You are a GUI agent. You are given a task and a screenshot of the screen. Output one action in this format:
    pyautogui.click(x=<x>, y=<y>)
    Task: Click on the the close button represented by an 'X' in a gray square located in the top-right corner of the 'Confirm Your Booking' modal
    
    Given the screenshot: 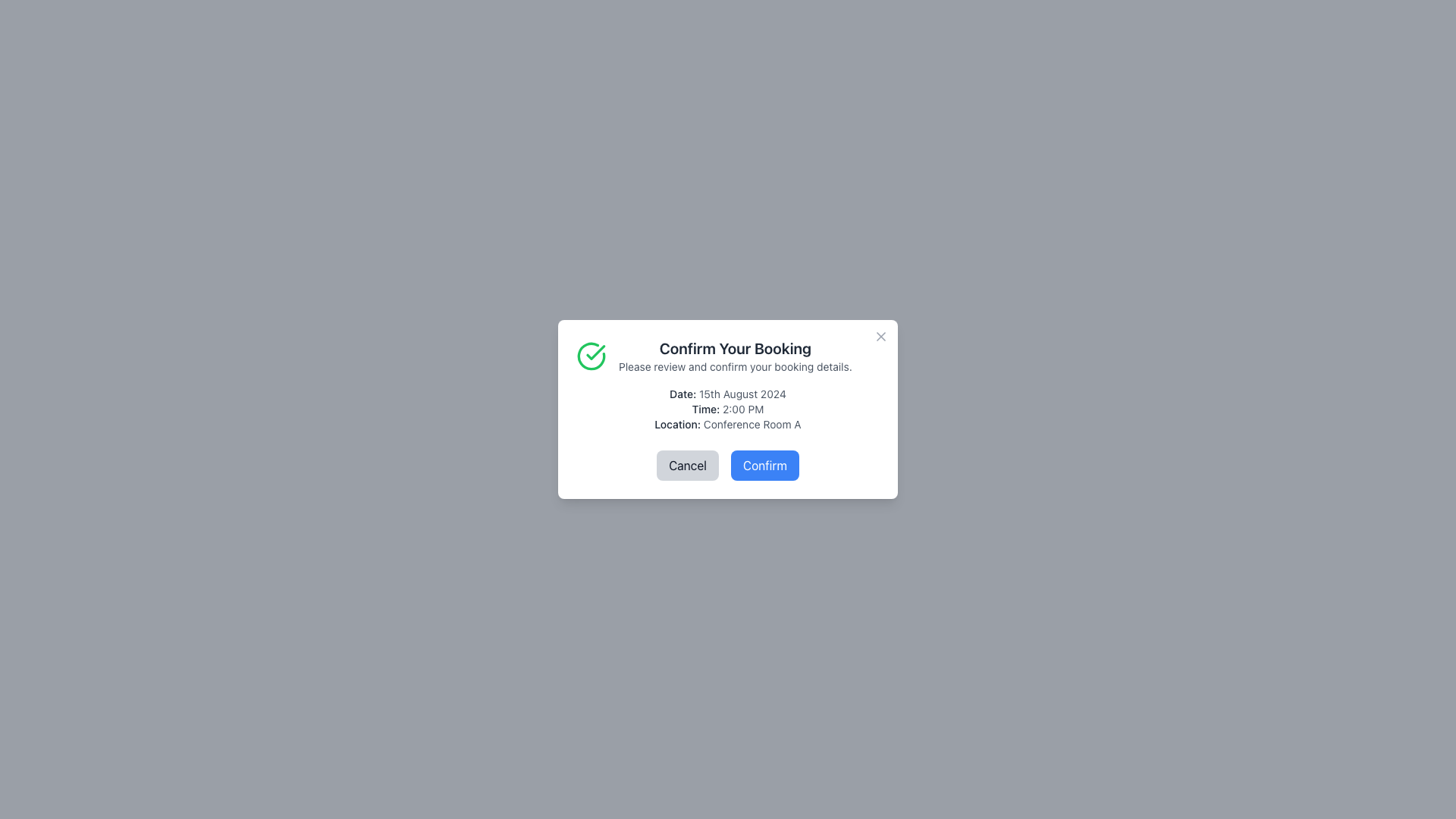 What is the action you would take?
    pyautogui.click(x=880, y=335)
    